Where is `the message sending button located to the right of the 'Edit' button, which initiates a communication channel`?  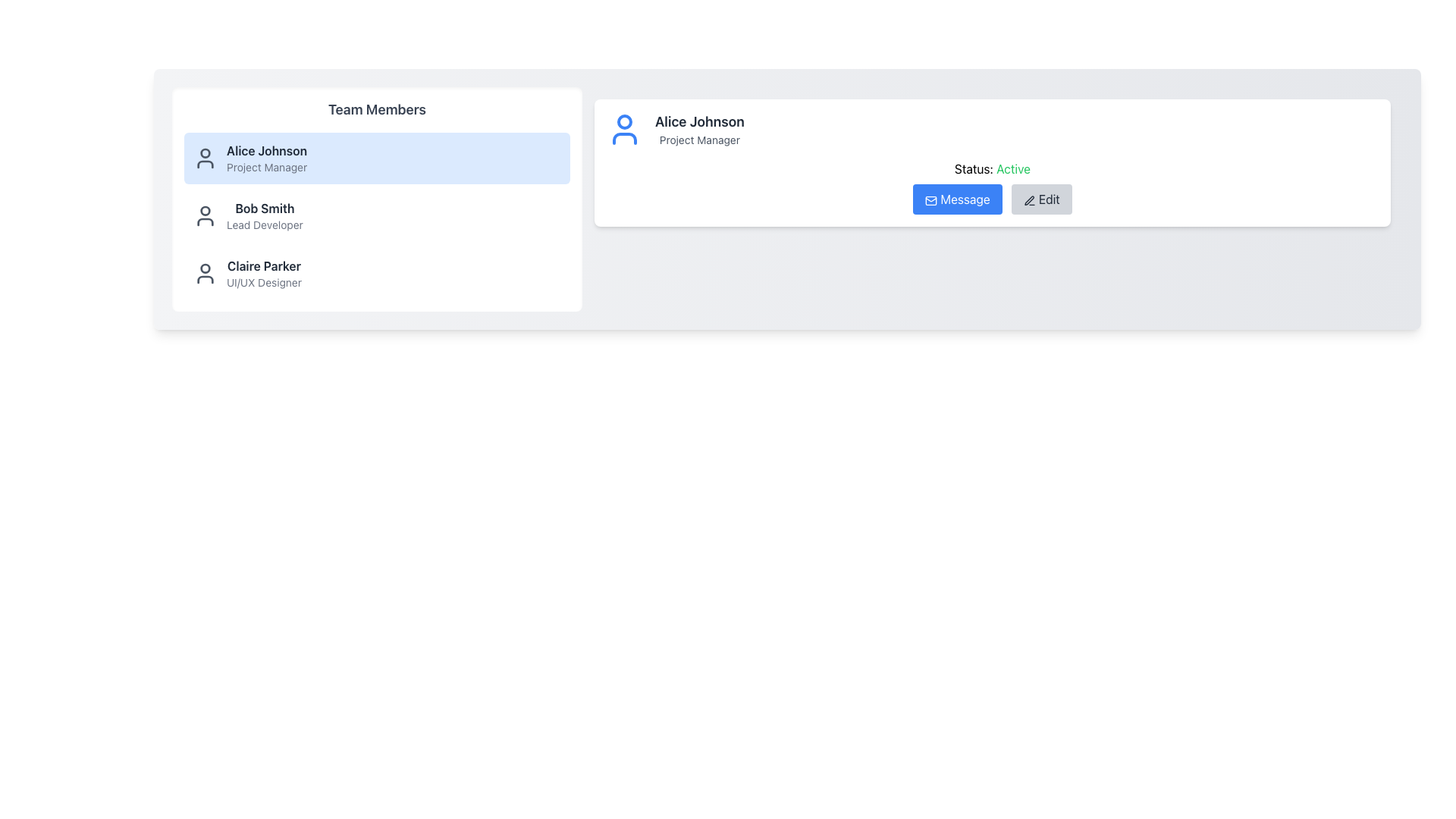
the message sending button located to the right of the 'Edit' button, which initiates a communication channel is located at coordinates (956, 198).